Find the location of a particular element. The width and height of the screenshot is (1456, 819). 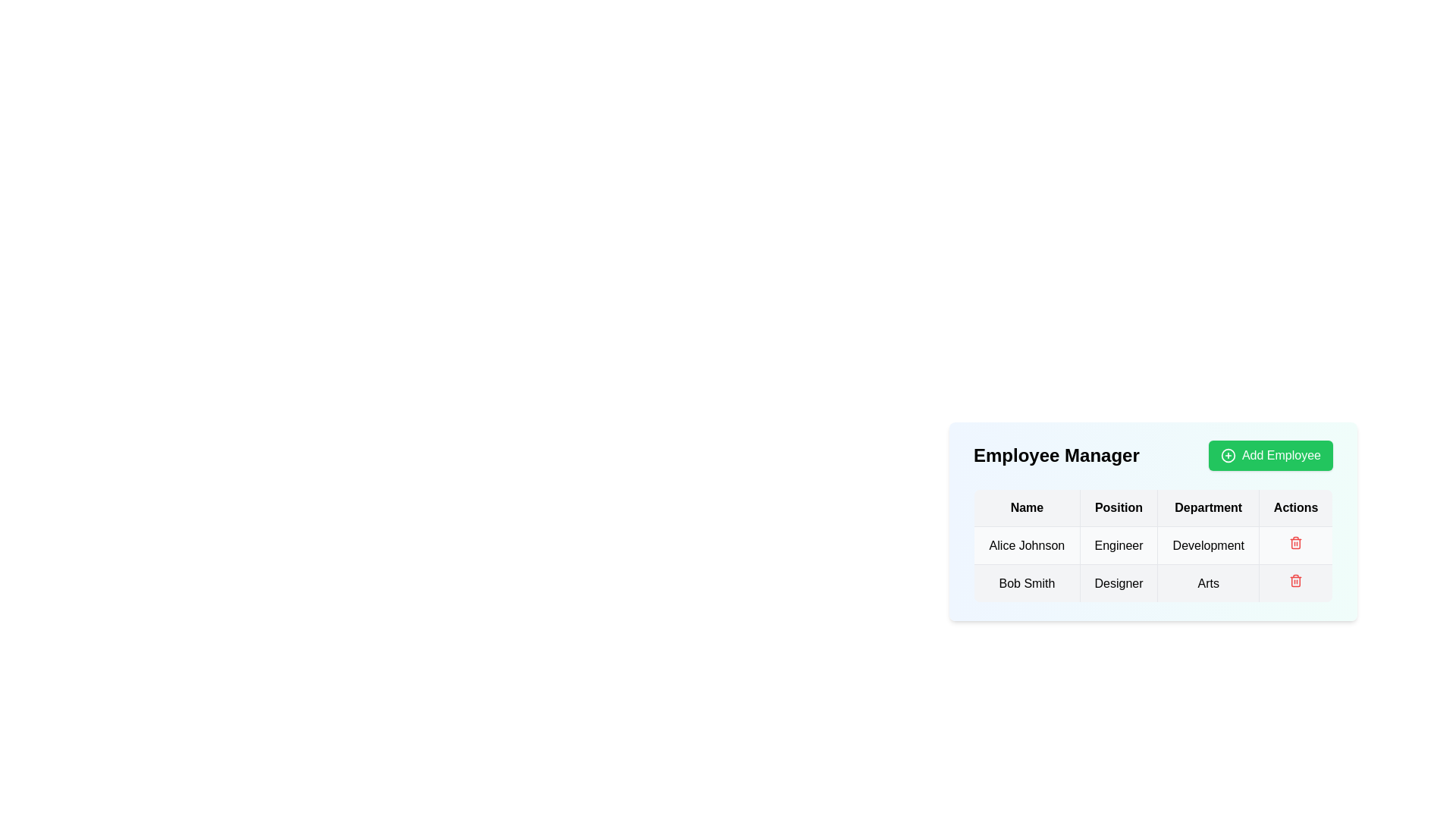

the 'Actions' column header in the table, which is the rightmost header aligned with 'Department' is located at coordinates (1295, 508).